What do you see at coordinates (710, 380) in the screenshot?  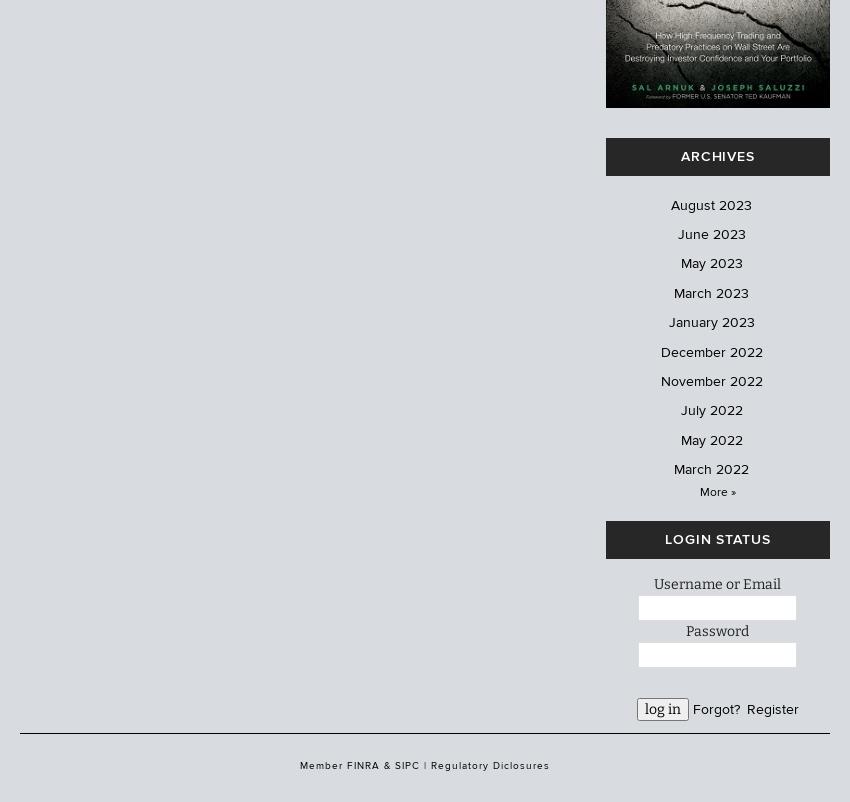 I see `'November 2022'` at bounding box center [710, 380].